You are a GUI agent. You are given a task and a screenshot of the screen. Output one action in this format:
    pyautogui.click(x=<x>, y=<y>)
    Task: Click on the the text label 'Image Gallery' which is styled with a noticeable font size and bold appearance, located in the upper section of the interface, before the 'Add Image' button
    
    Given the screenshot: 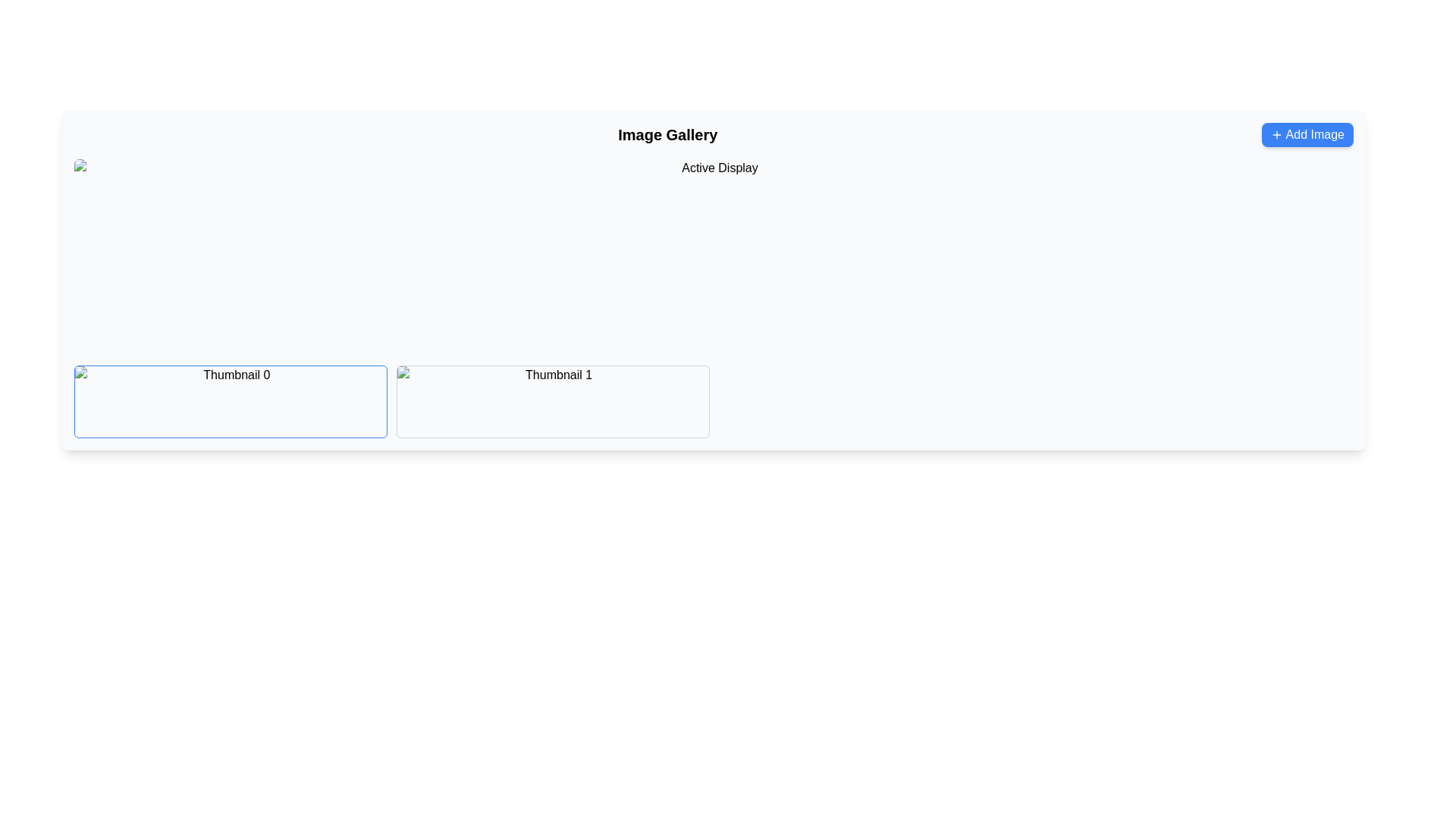 What is the action you would take?
    pyautogui.click(x=667, y=133)
    